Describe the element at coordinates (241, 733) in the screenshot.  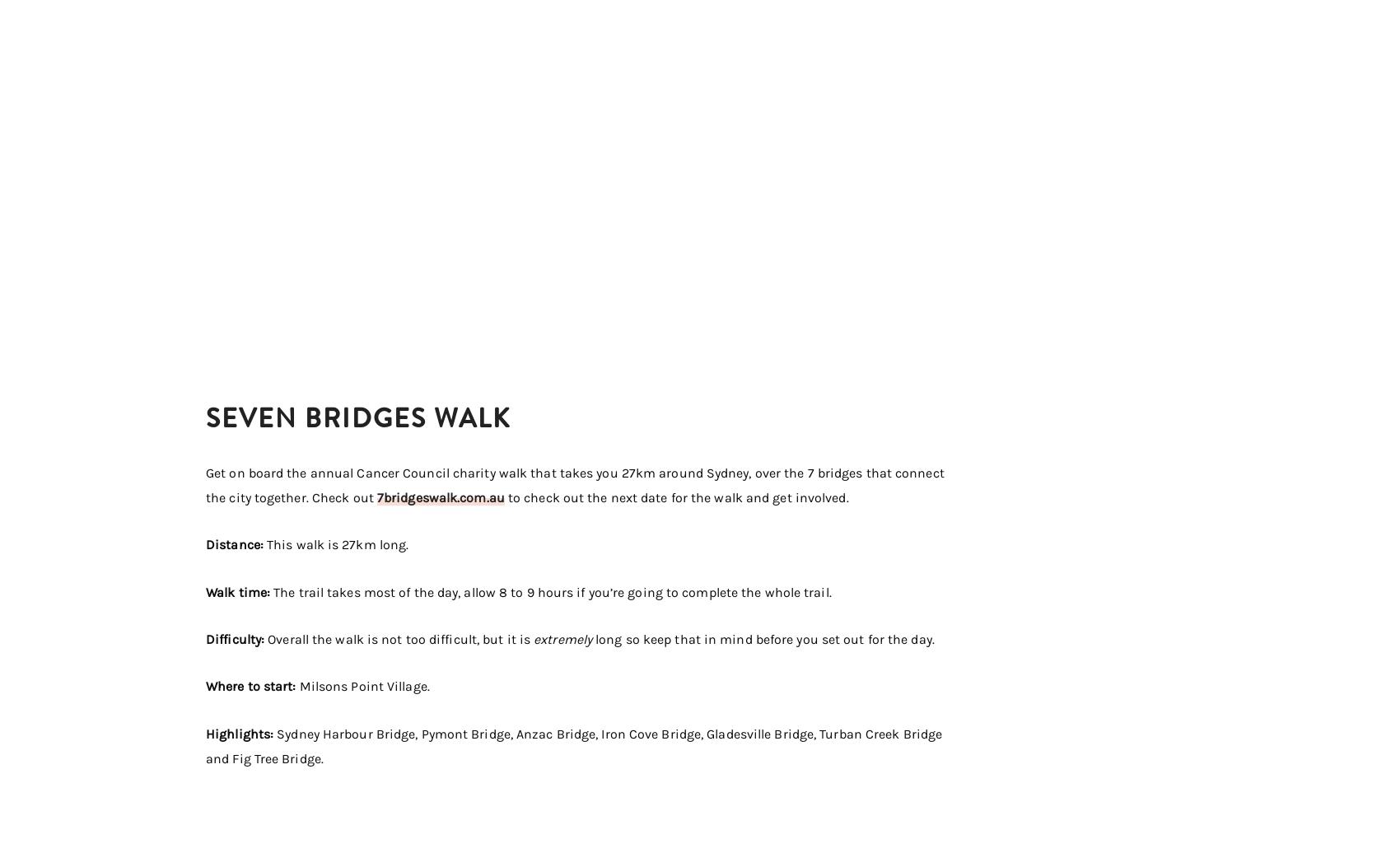
I see `'Highlights:'` at that location.